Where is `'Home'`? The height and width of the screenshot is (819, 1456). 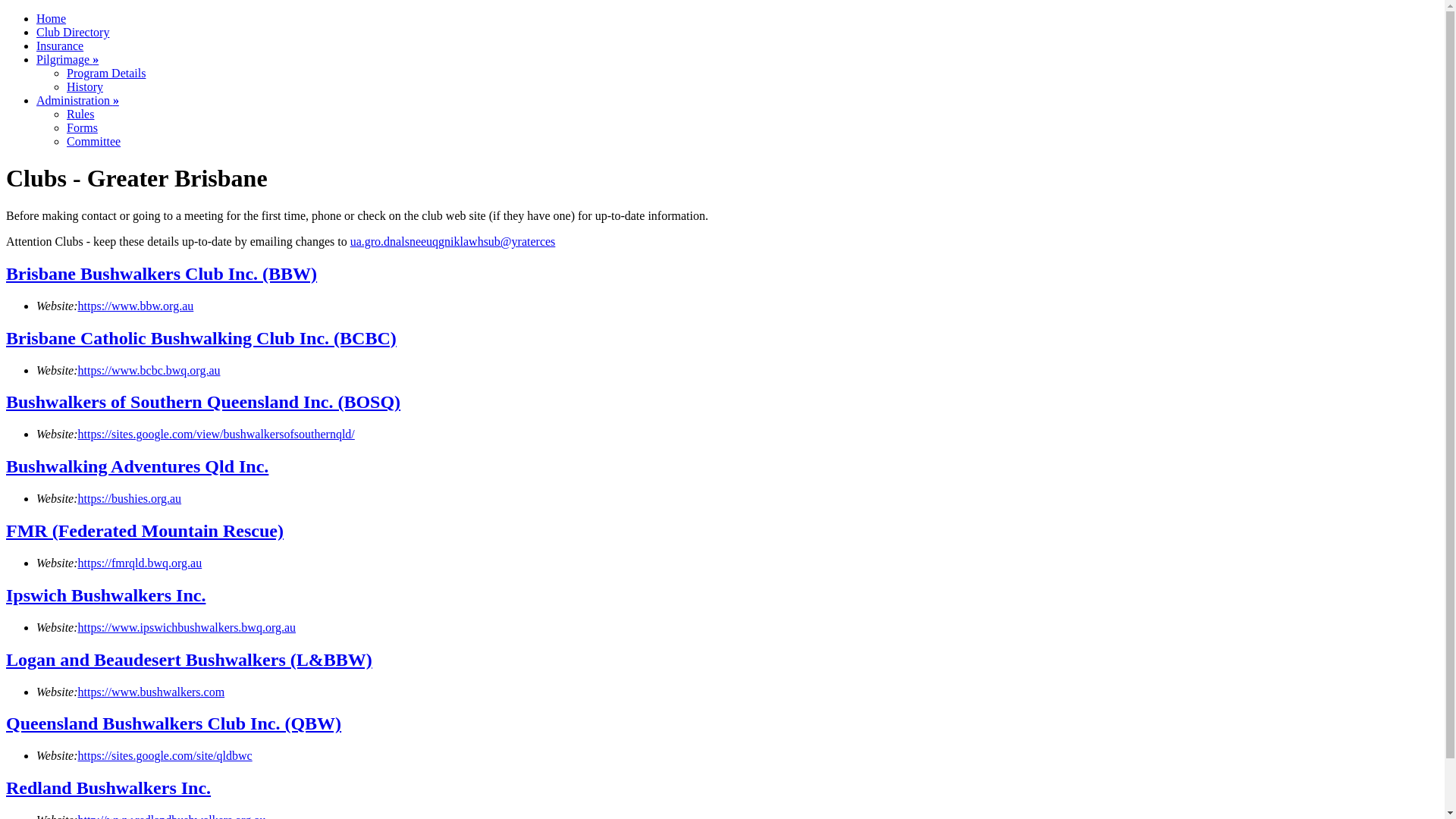
'Home' is located at coordinates (51, 18).